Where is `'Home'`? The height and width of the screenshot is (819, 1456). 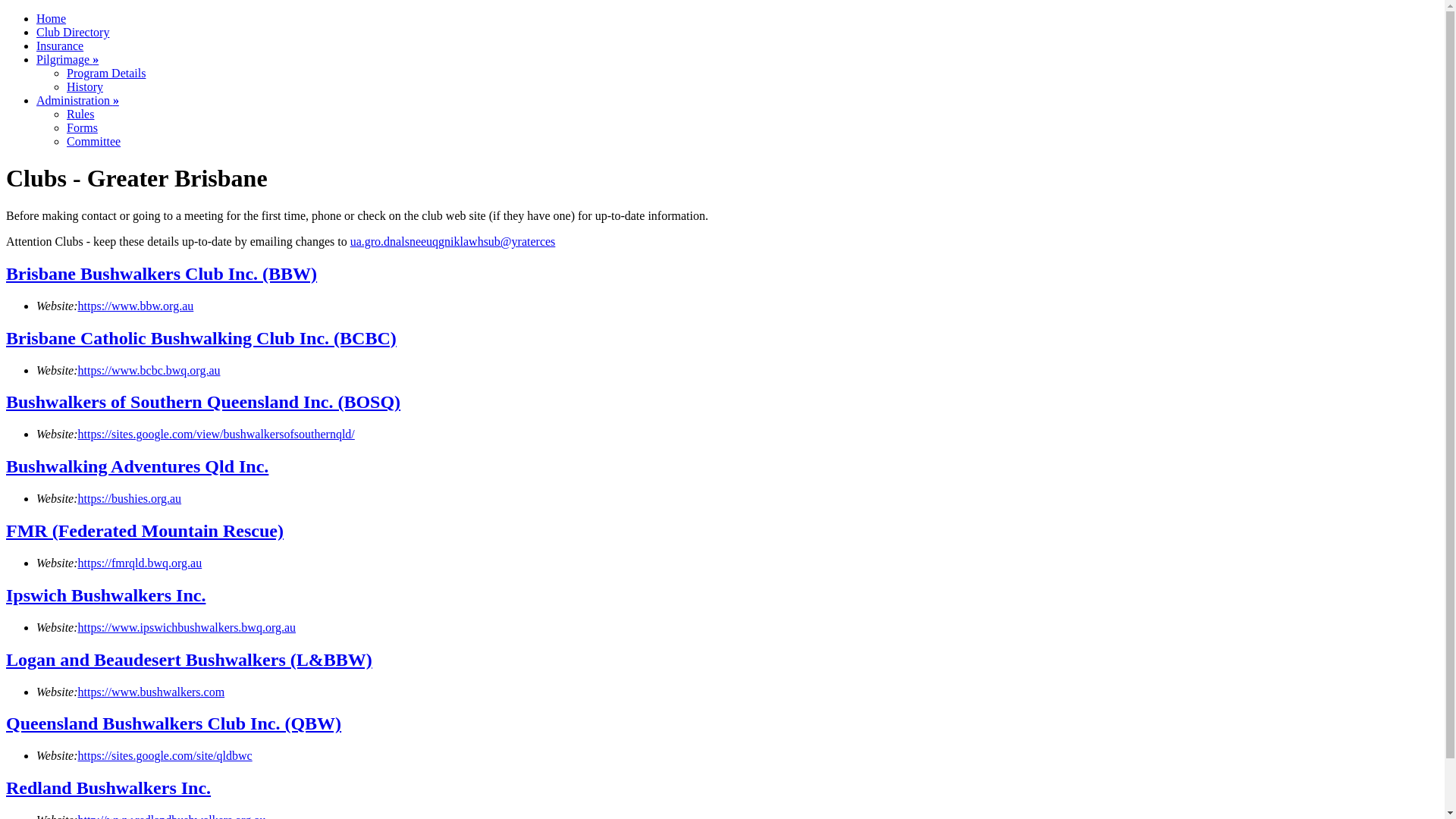
'Home' is located at coordinates (51, 18).